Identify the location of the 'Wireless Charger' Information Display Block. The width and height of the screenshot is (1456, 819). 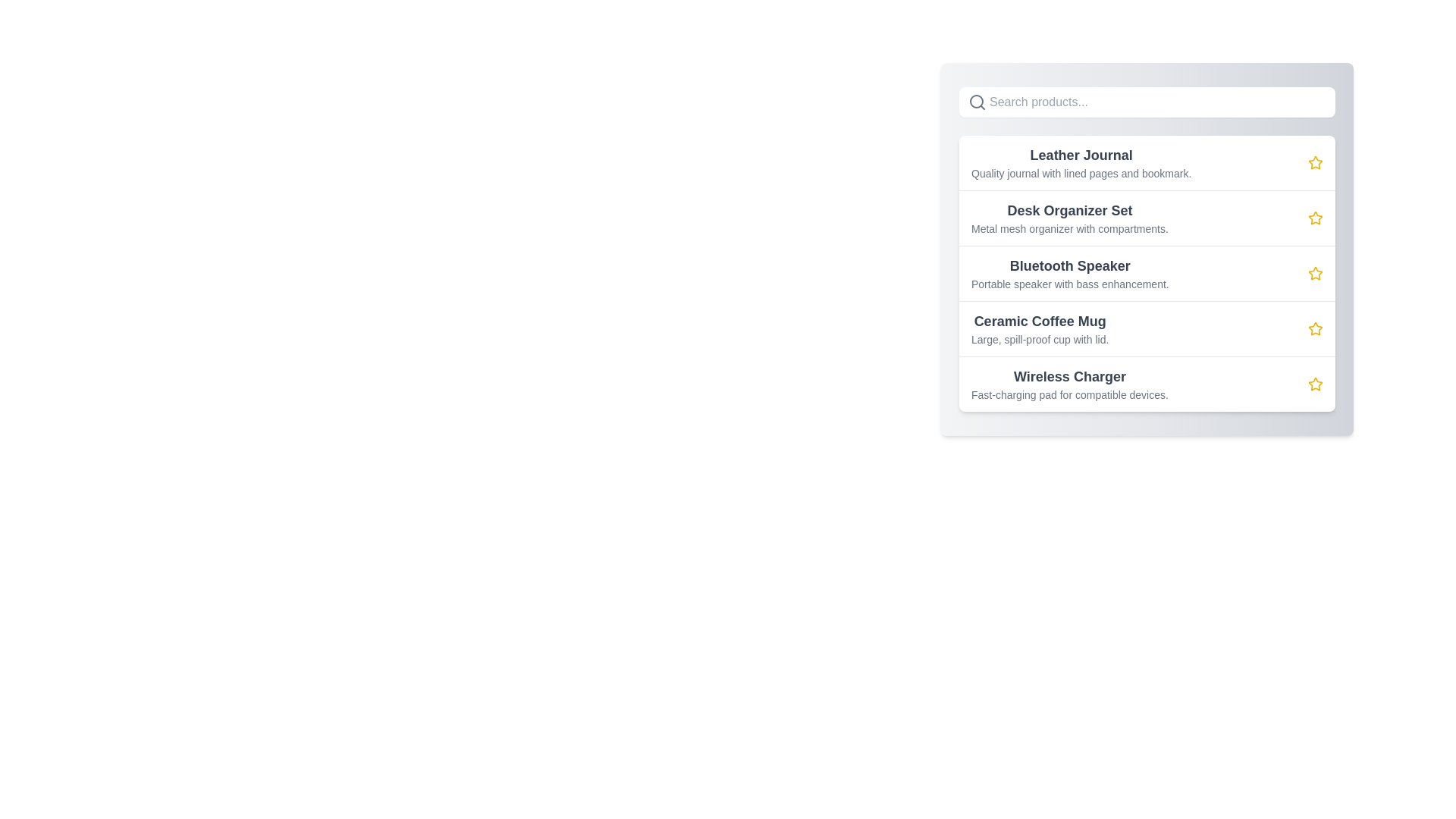
(1068, 383).